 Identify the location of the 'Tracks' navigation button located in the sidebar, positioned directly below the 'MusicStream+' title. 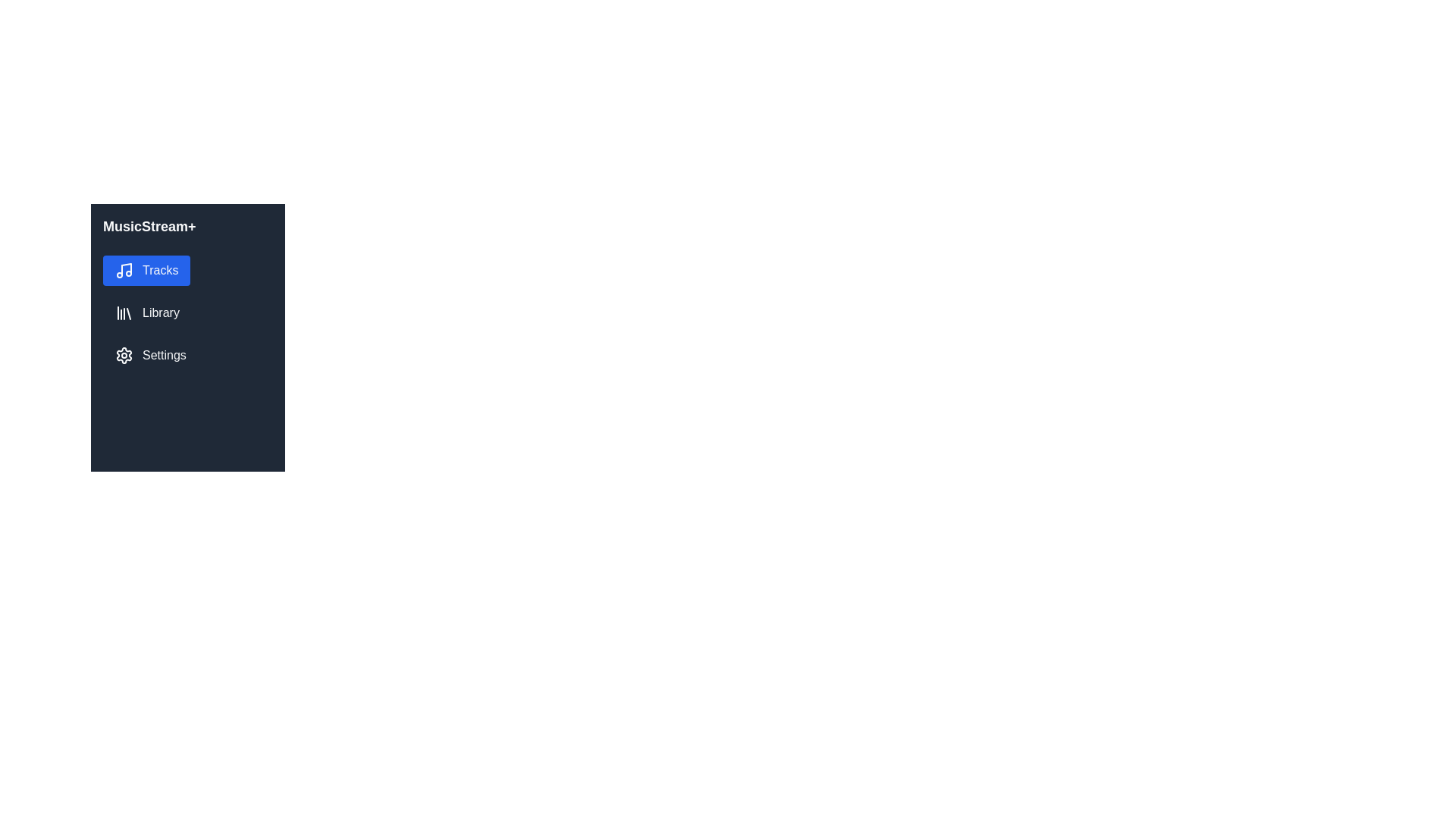
(146, 270).